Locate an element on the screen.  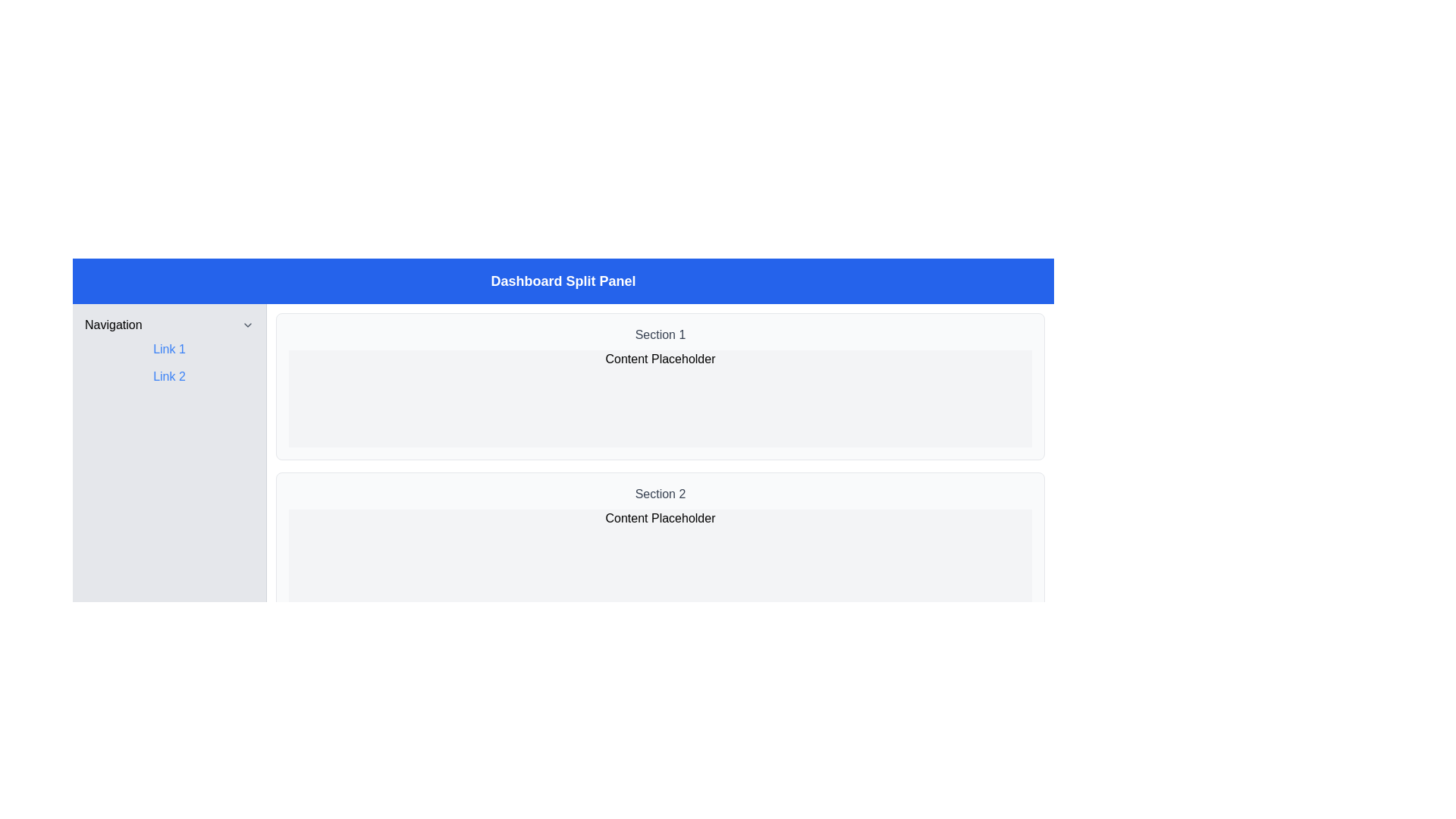
the first hyperlink in the navigation sidebar to change its styling is located at coordinates (169, 350).